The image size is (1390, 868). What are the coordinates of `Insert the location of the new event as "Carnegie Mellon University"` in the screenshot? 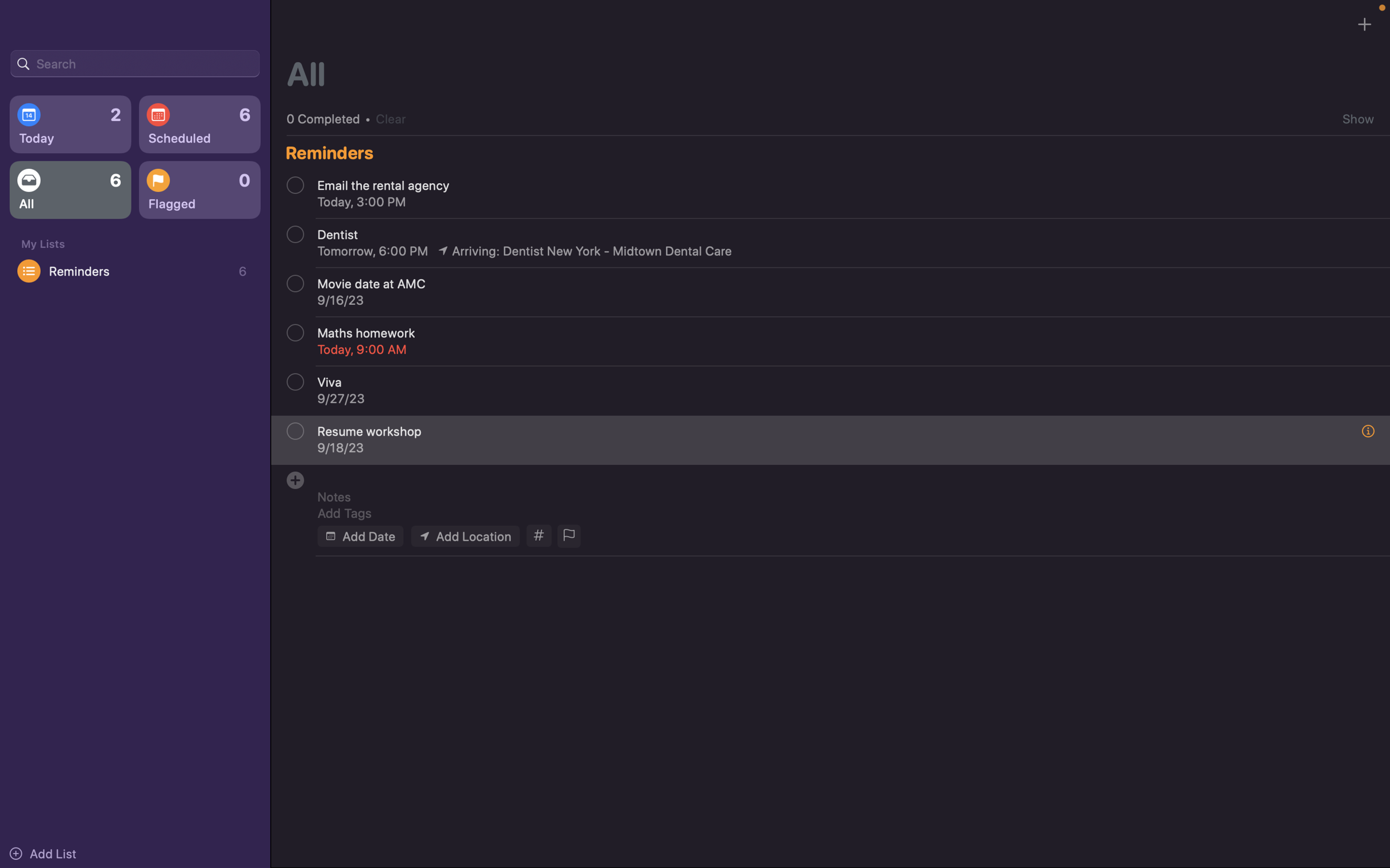 It's located at (464, 535).